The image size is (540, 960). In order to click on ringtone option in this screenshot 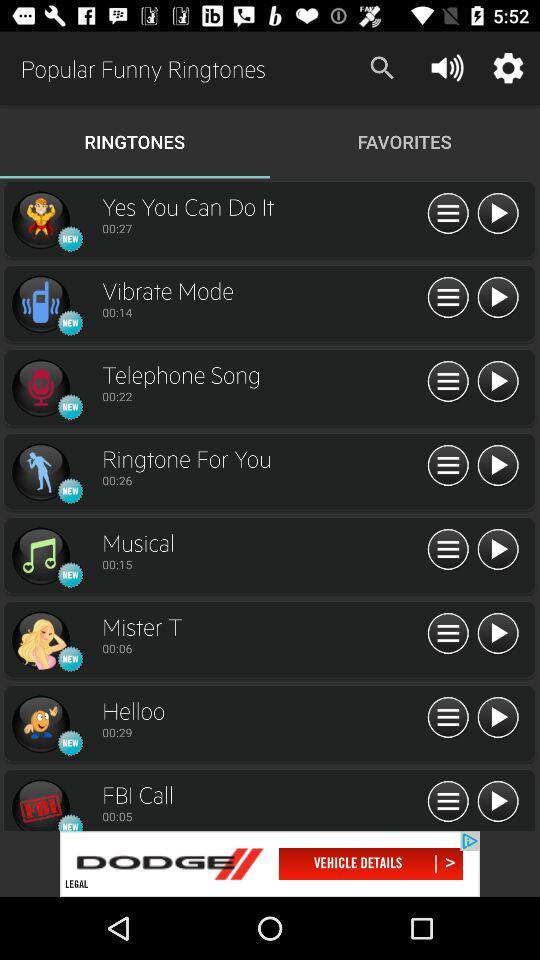, I will do `click(40, 472)`.